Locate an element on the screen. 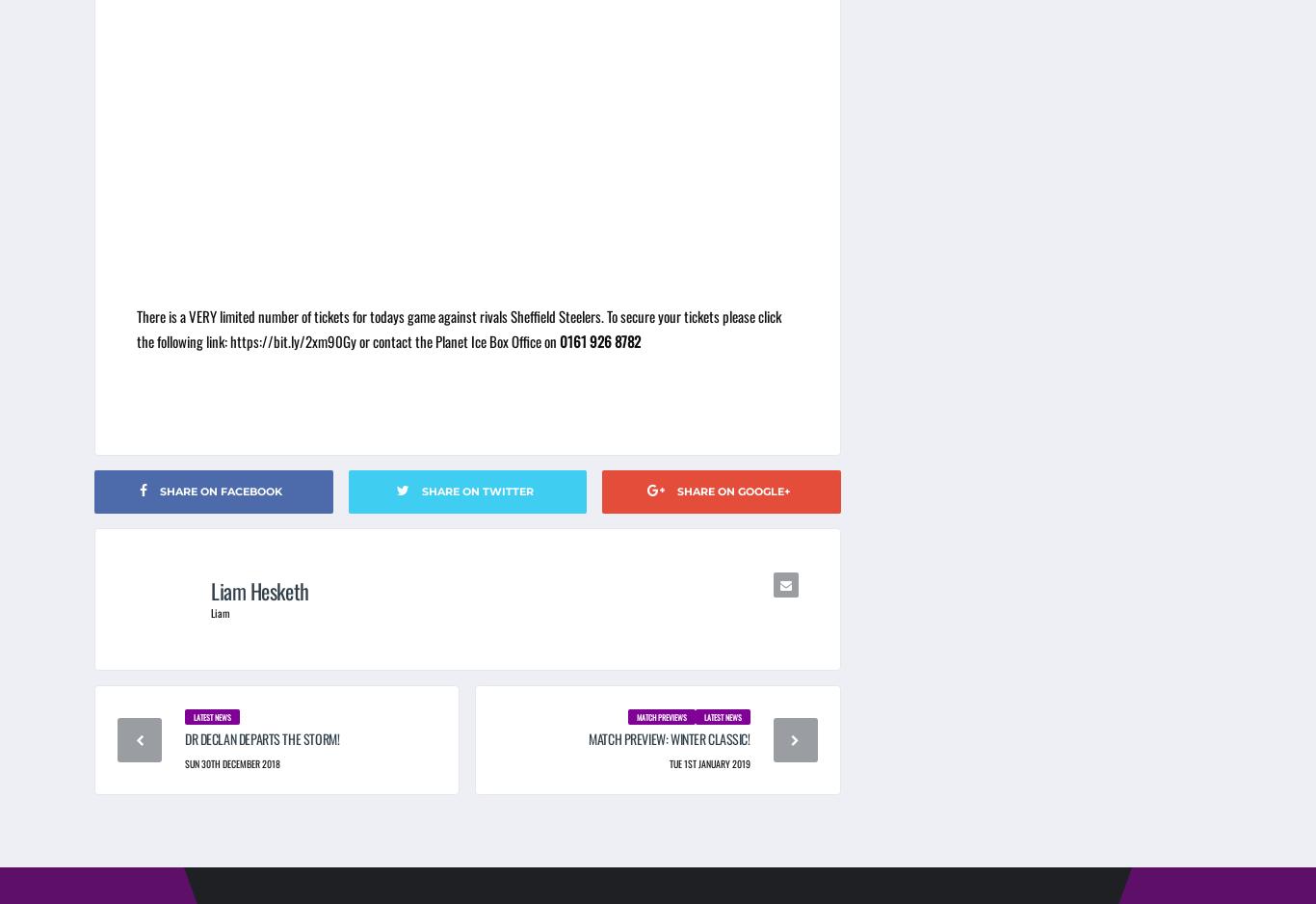 This screenshot has height=904, width=1316. 'Sun 30th December 2018' is located at coordinates (232, 762).